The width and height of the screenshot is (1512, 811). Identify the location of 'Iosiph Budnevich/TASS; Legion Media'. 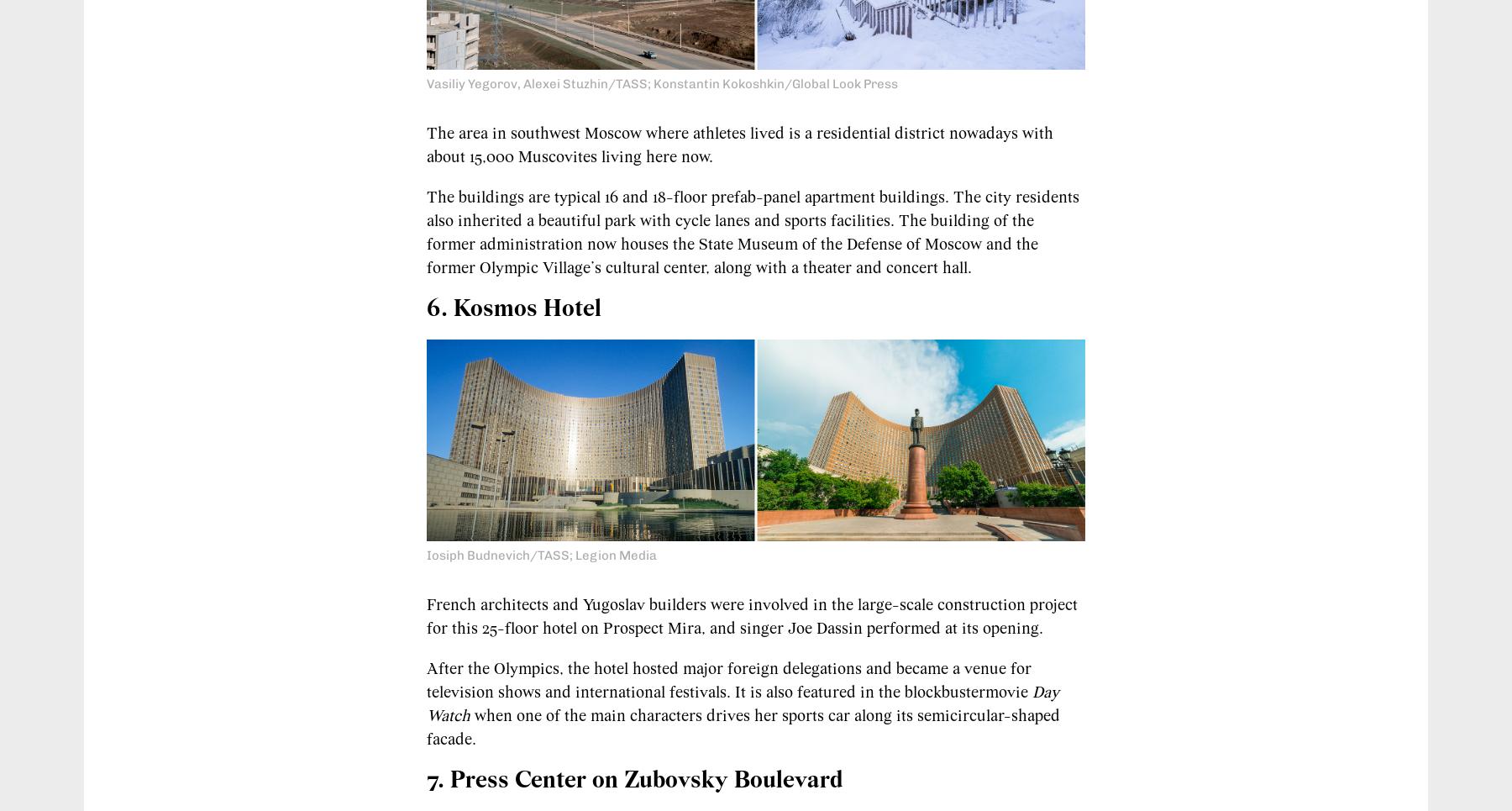
(541, 556).